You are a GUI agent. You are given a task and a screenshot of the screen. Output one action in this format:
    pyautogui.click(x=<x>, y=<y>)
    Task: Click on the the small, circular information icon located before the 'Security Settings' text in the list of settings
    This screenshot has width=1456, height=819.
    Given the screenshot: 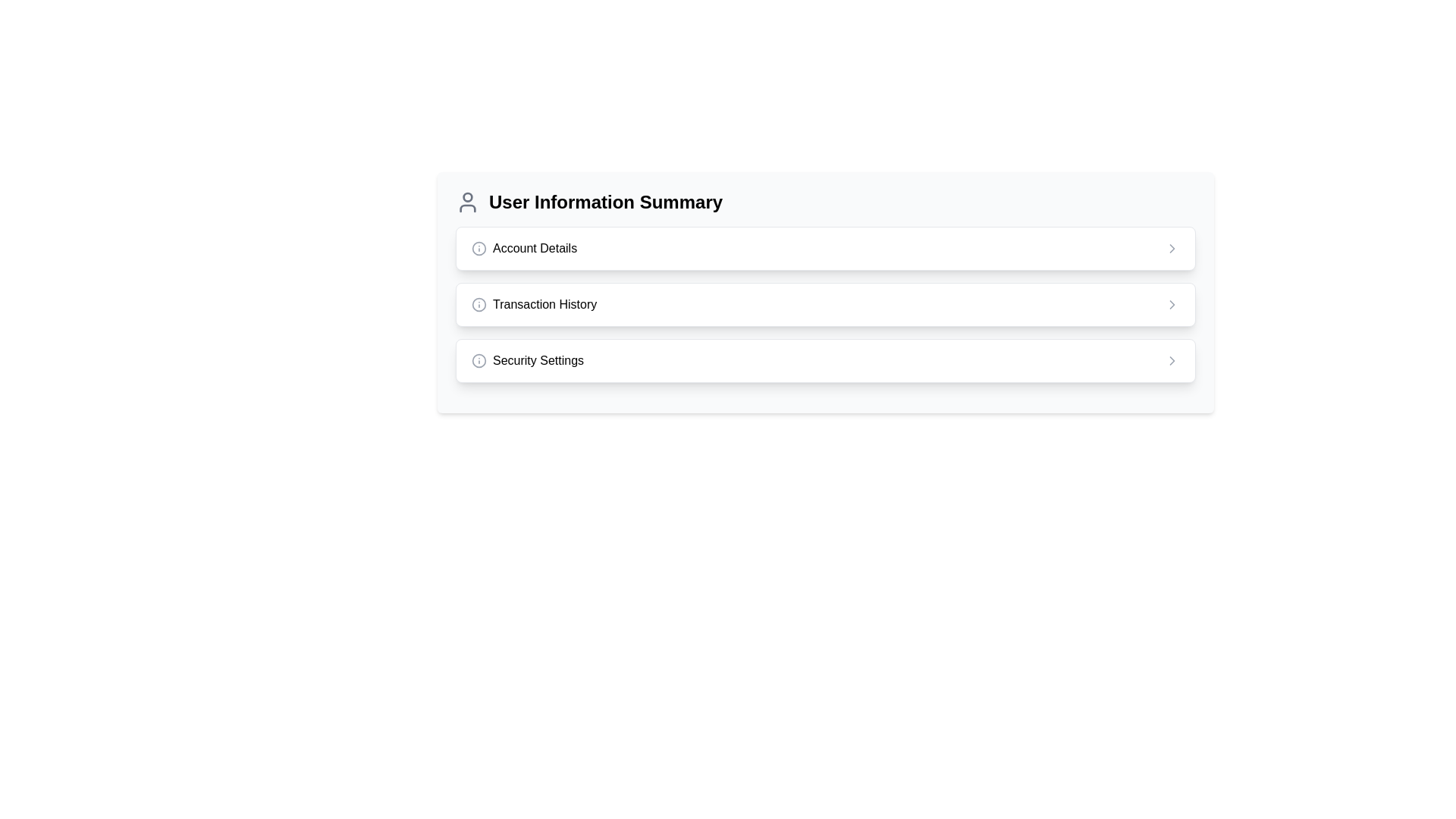 What is the action you would take?
    pyautogui.click(x=479, y=360)
    